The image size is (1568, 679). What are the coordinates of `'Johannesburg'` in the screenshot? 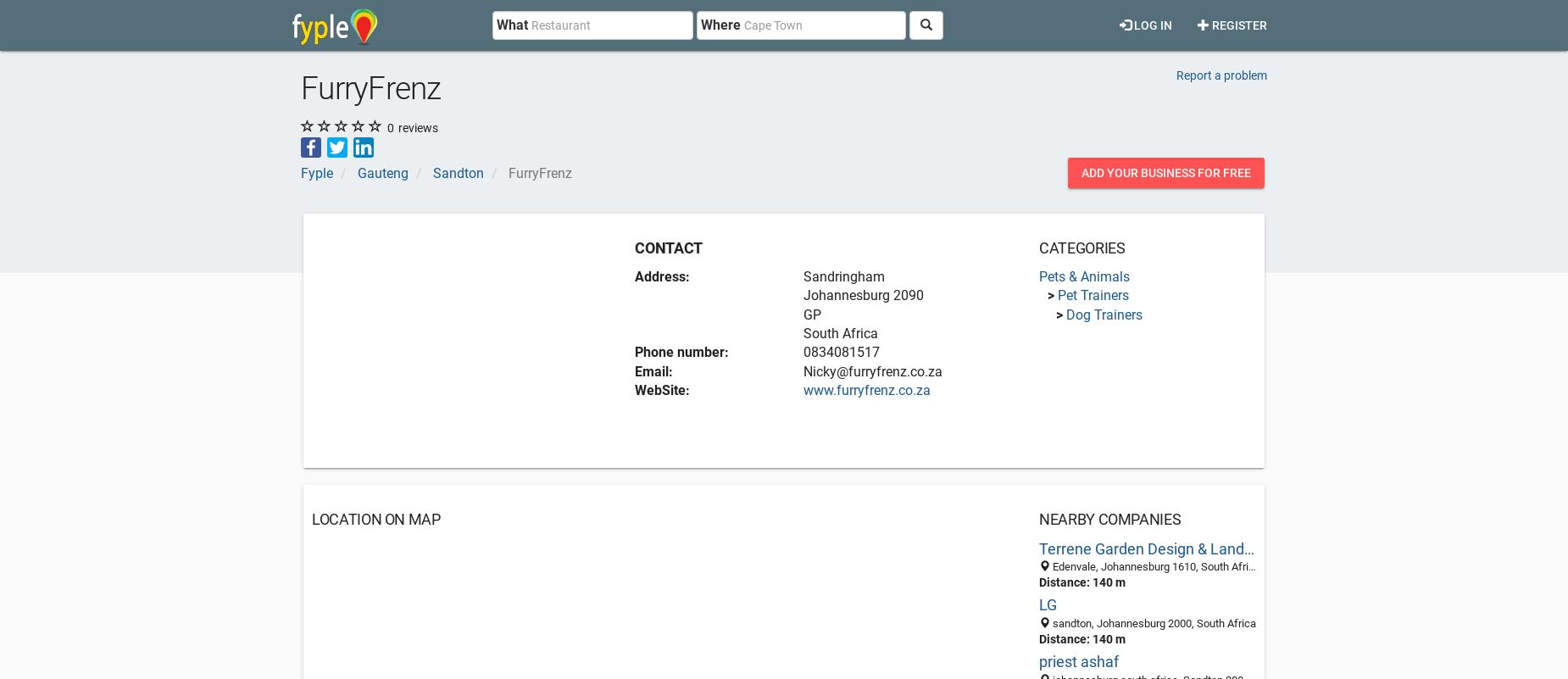 It's located at (845, 294).